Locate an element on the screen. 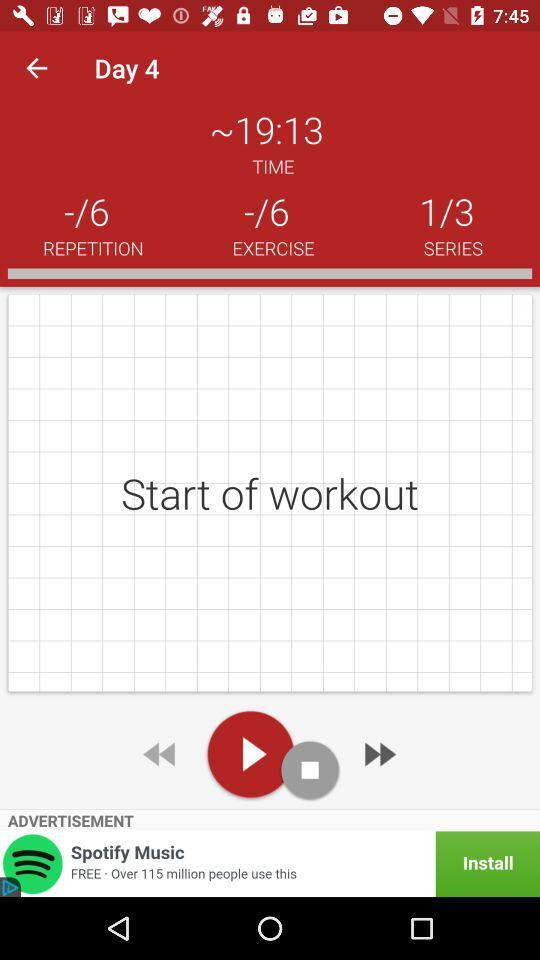  go forward is located at coordinates (378, 753).